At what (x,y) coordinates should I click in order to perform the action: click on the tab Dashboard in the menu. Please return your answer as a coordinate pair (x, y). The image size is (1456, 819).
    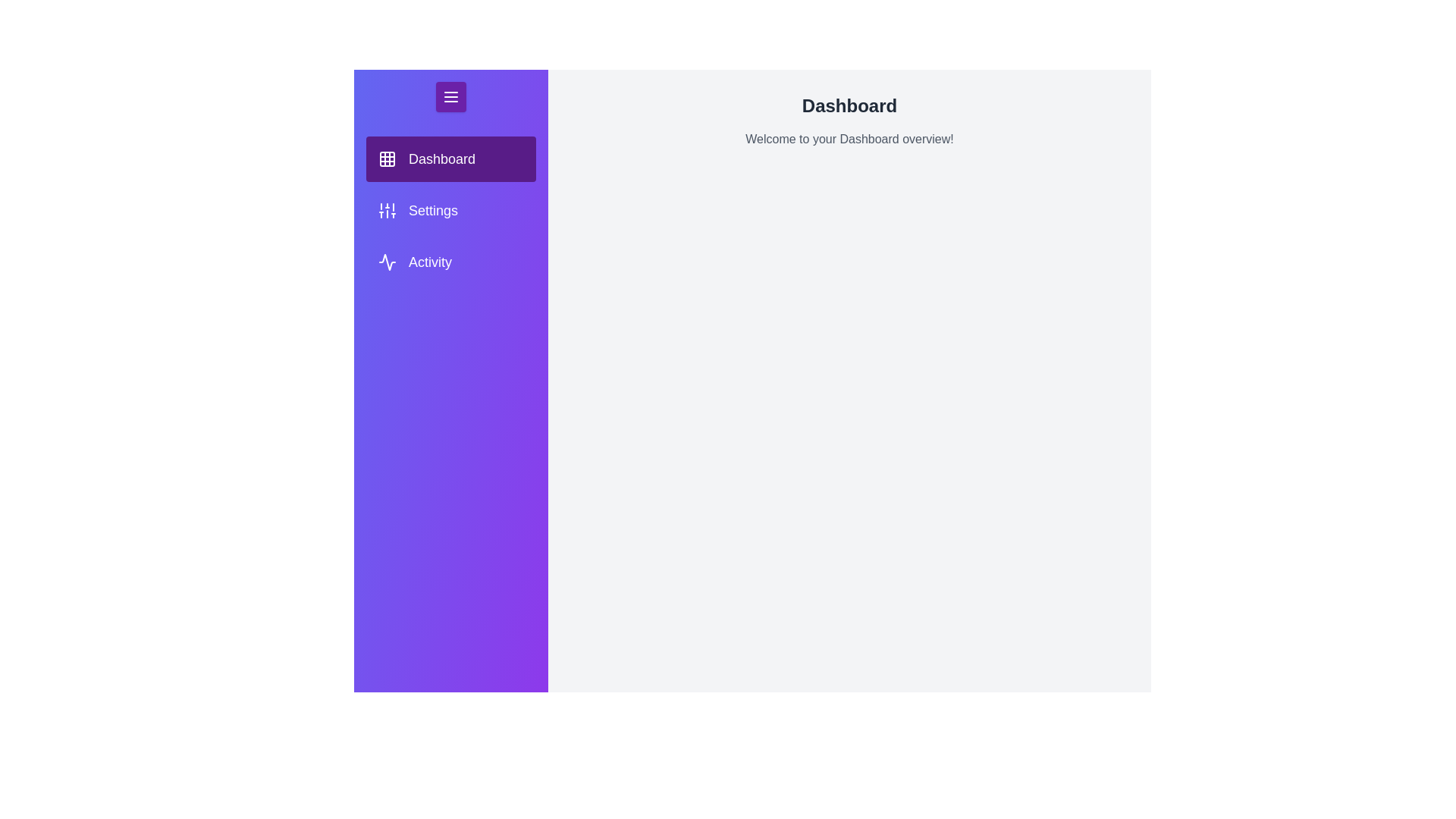
    Looking at the image, I should click on (450, 158).